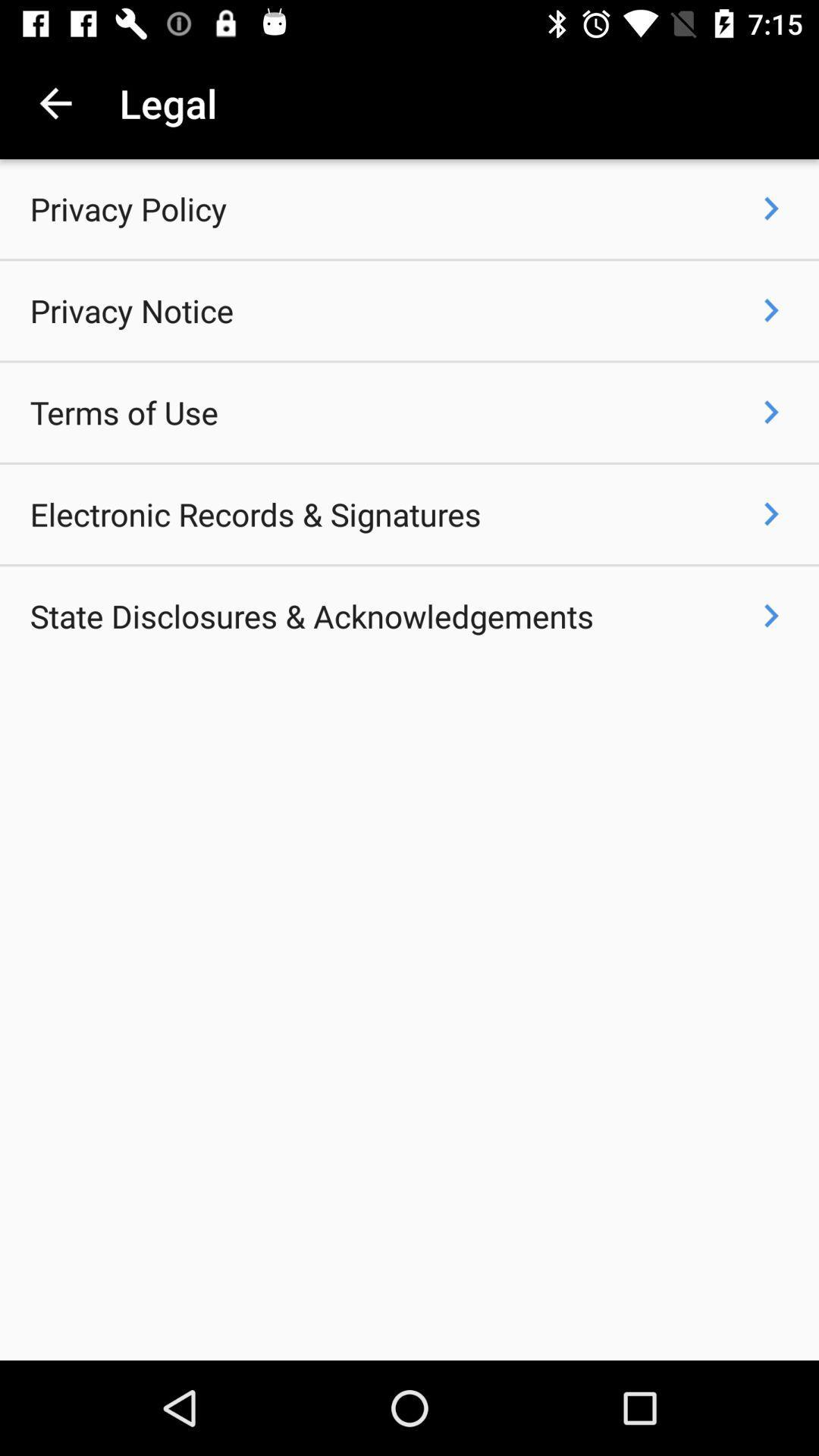 This screenshot has width=819, height=1456. Describe the element at coordinates (130, 309) in the screenshot. I see `privacy notice` at that location.